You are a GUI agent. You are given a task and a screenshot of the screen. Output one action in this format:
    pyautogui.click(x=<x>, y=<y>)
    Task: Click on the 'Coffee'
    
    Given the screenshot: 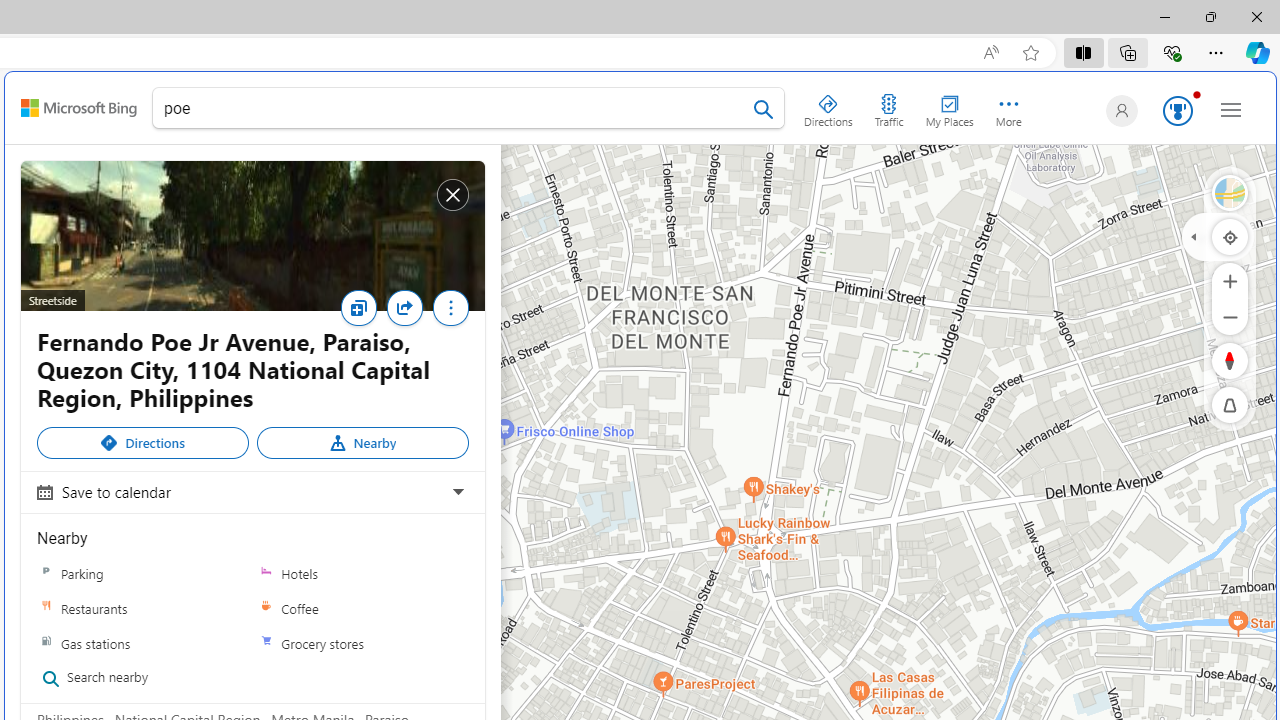 What is the action you would take?
    pyautogui.click(x=265, y=608)
    